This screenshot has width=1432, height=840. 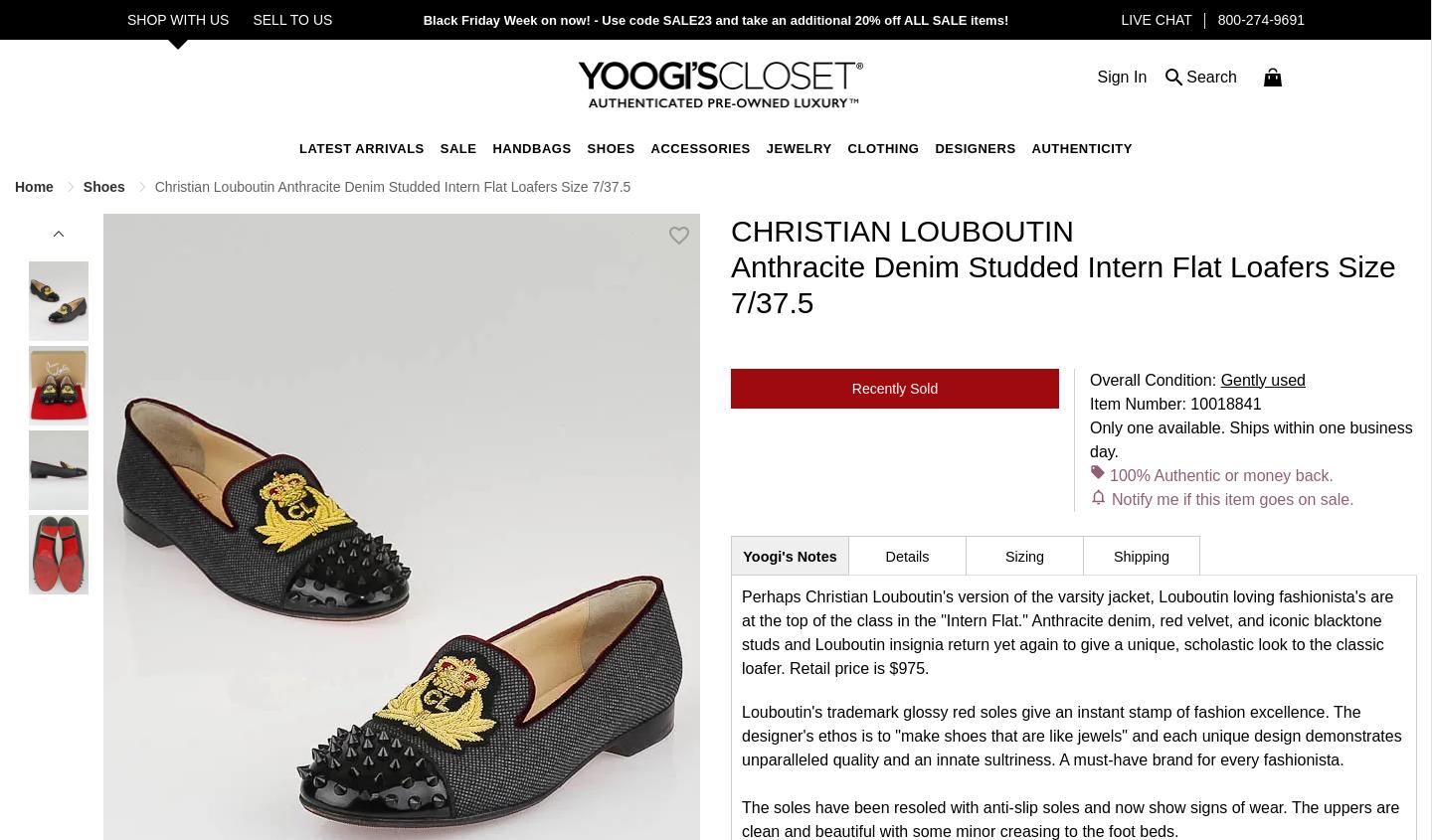 What do you see at coordinates (1216, 19) in the screenshot?
I see `'800-274-9691'` at bounding box center [1216, 19].